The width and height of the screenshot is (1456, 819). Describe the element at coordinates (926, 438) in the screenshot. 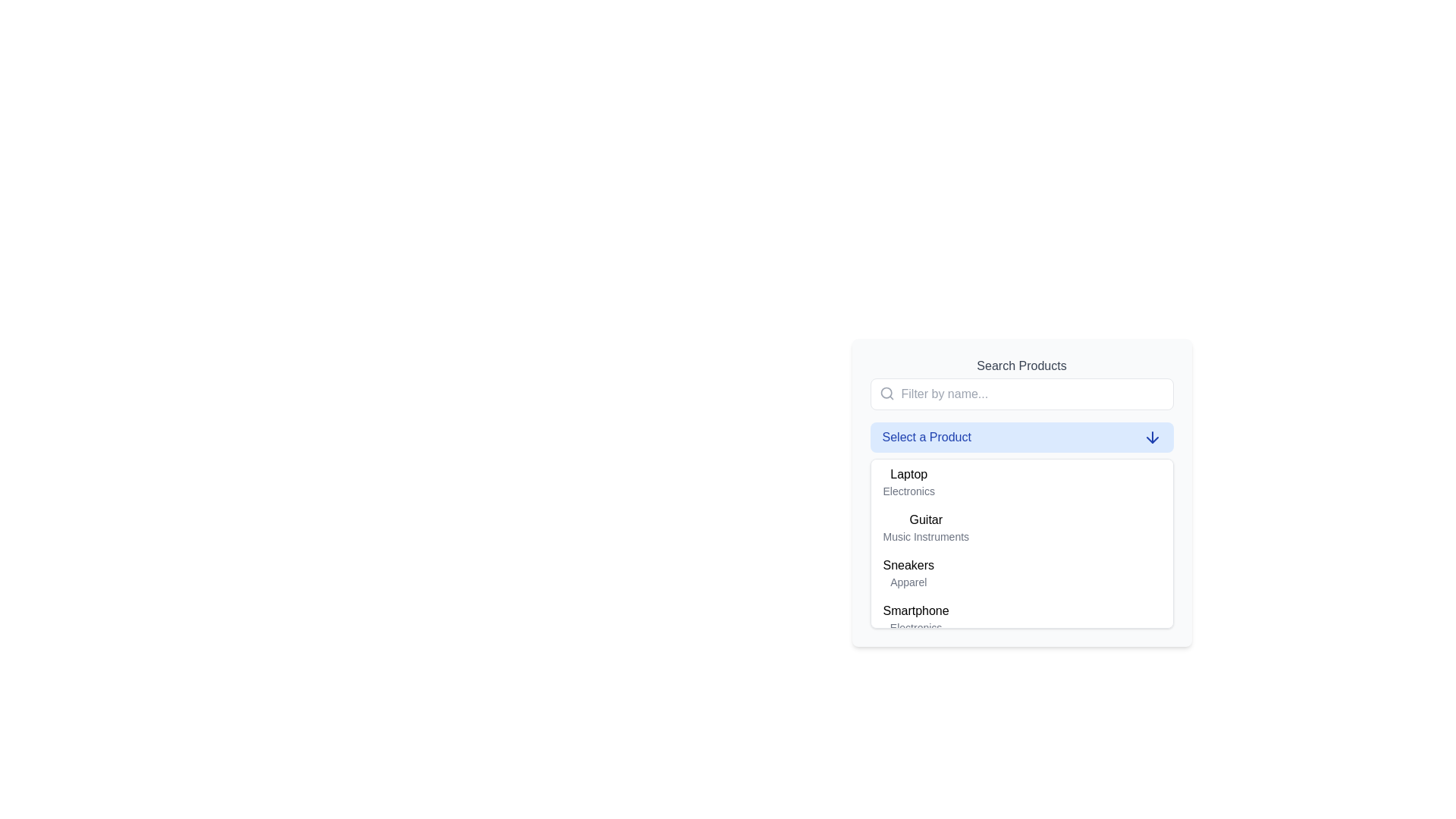

I see `the text label that prompts users to select an item from the dropdown options, which is positioned within the dropdown menu aligned to the left` at that location.